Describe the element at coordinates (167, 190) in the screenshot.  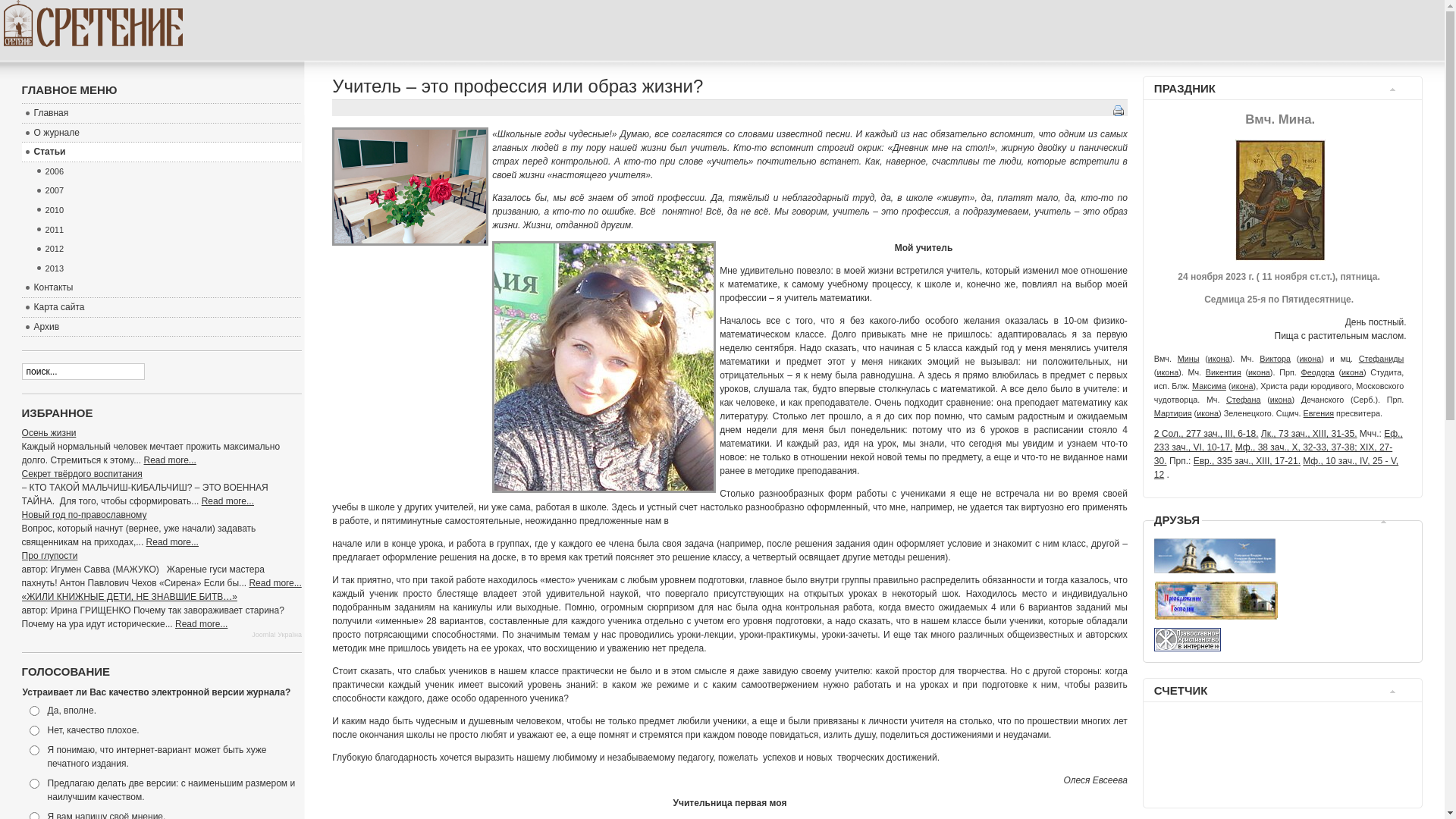
I see `'2007'` at that location.